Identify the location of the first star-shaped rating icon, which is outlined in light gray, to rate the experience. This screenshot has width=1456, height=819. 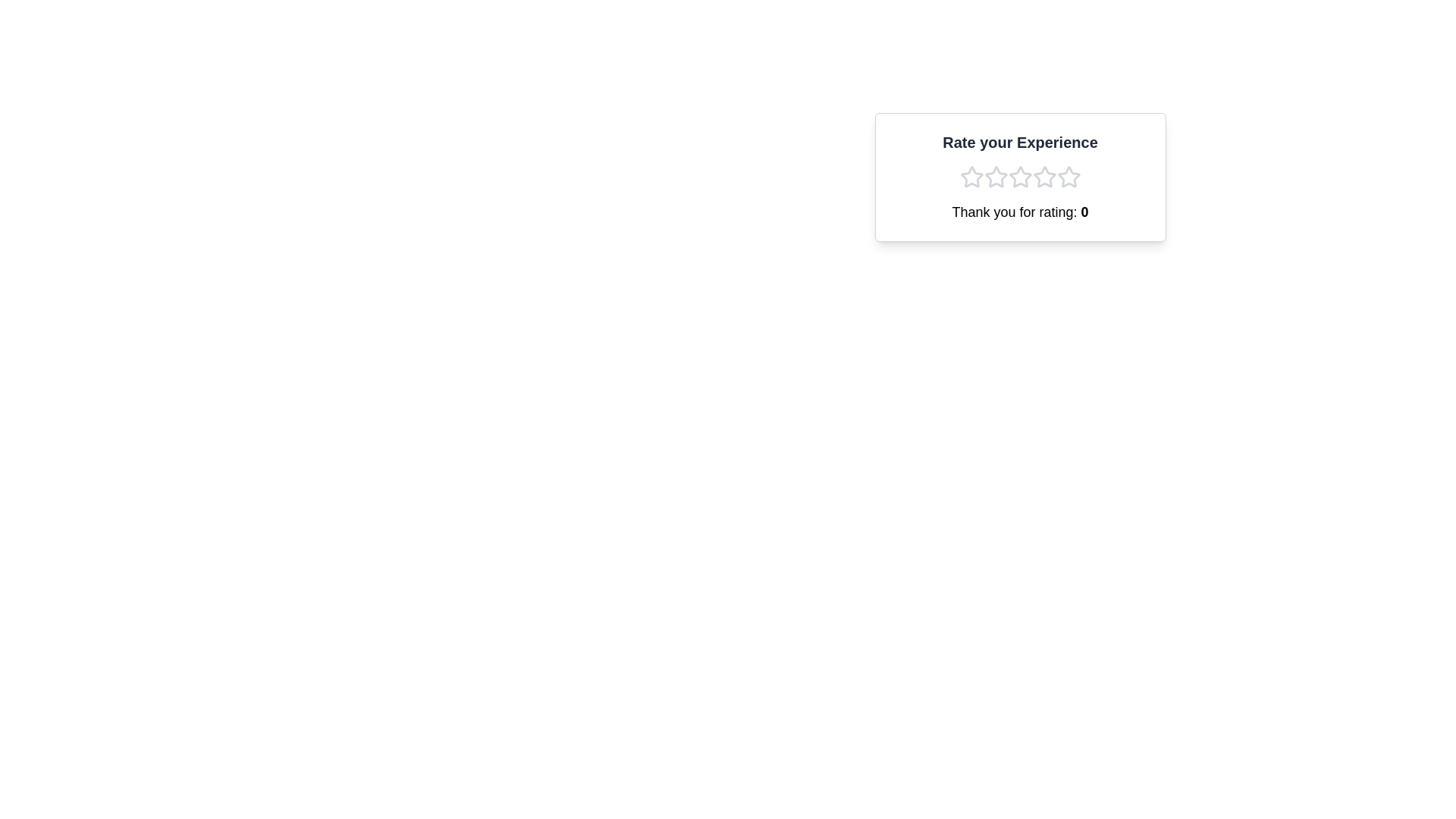
(996, 176).